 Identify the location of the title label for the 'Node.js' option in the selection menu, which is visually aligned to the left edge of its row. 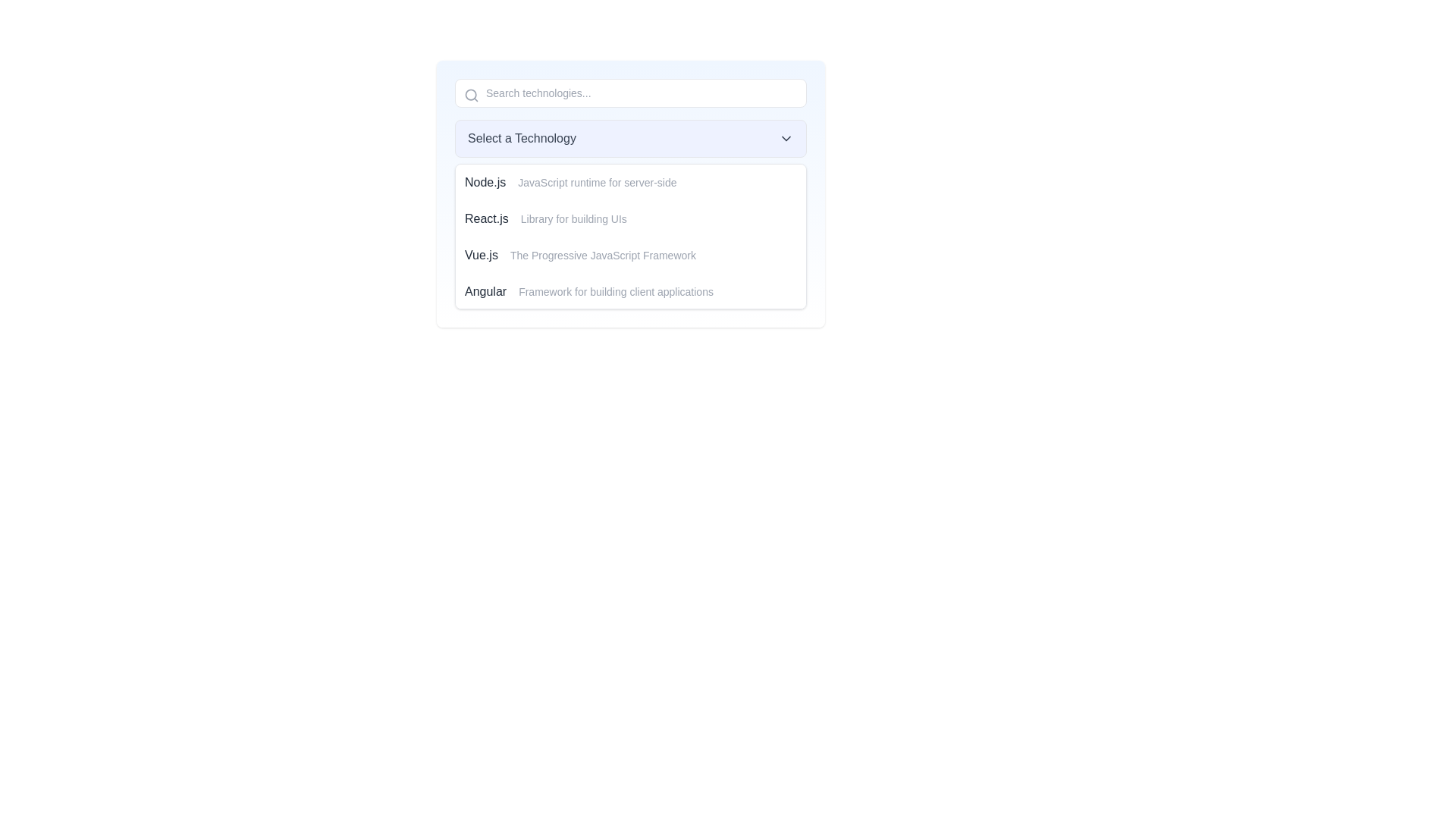
(485, 181).